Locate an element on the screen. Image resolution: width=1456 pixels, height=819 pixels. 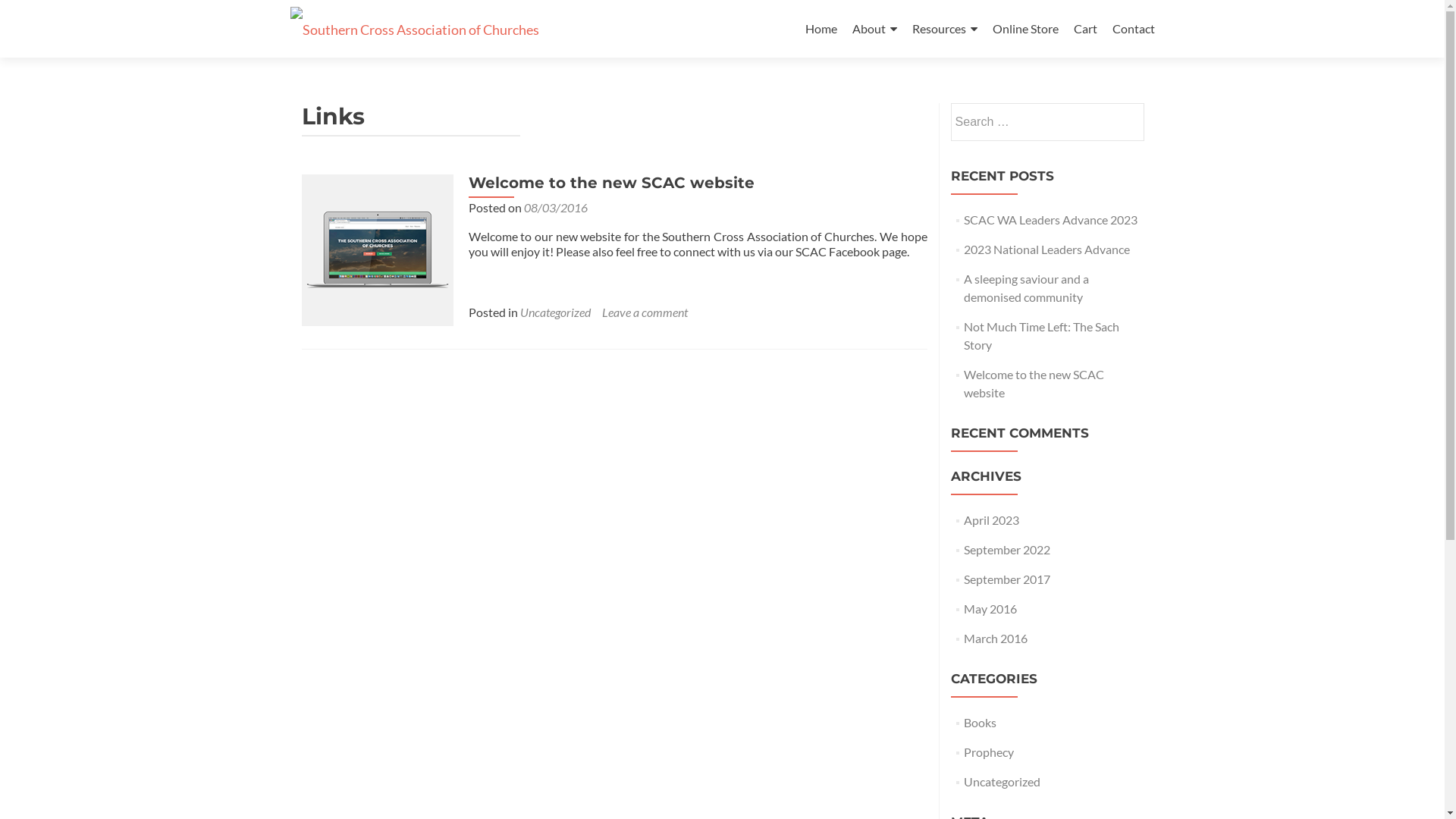
'Uncategorized' is located at coordinates (554, 311).